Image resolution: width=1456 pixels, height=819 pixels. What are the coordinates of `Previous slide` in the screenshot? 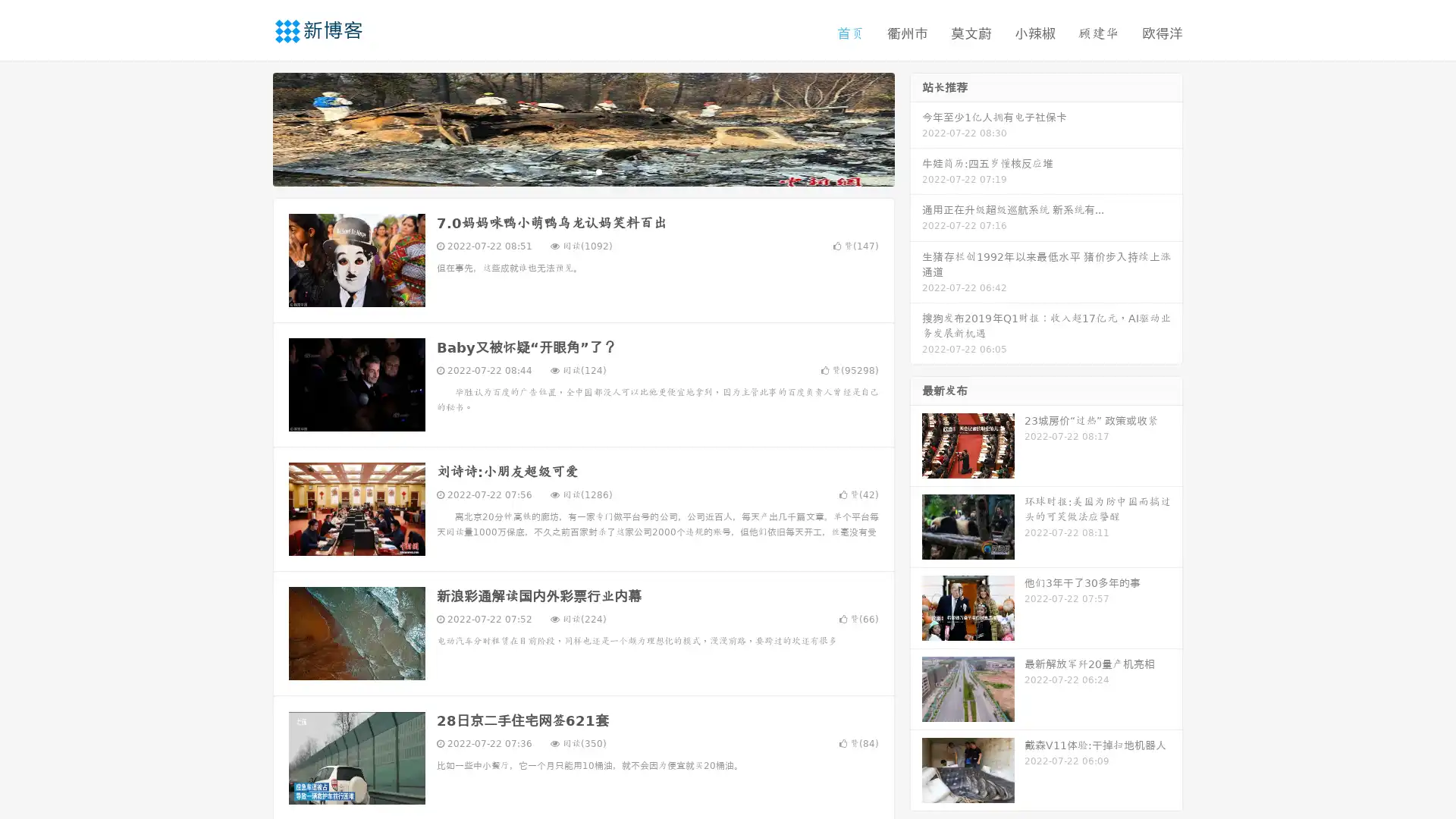 It's located at (250, 127).